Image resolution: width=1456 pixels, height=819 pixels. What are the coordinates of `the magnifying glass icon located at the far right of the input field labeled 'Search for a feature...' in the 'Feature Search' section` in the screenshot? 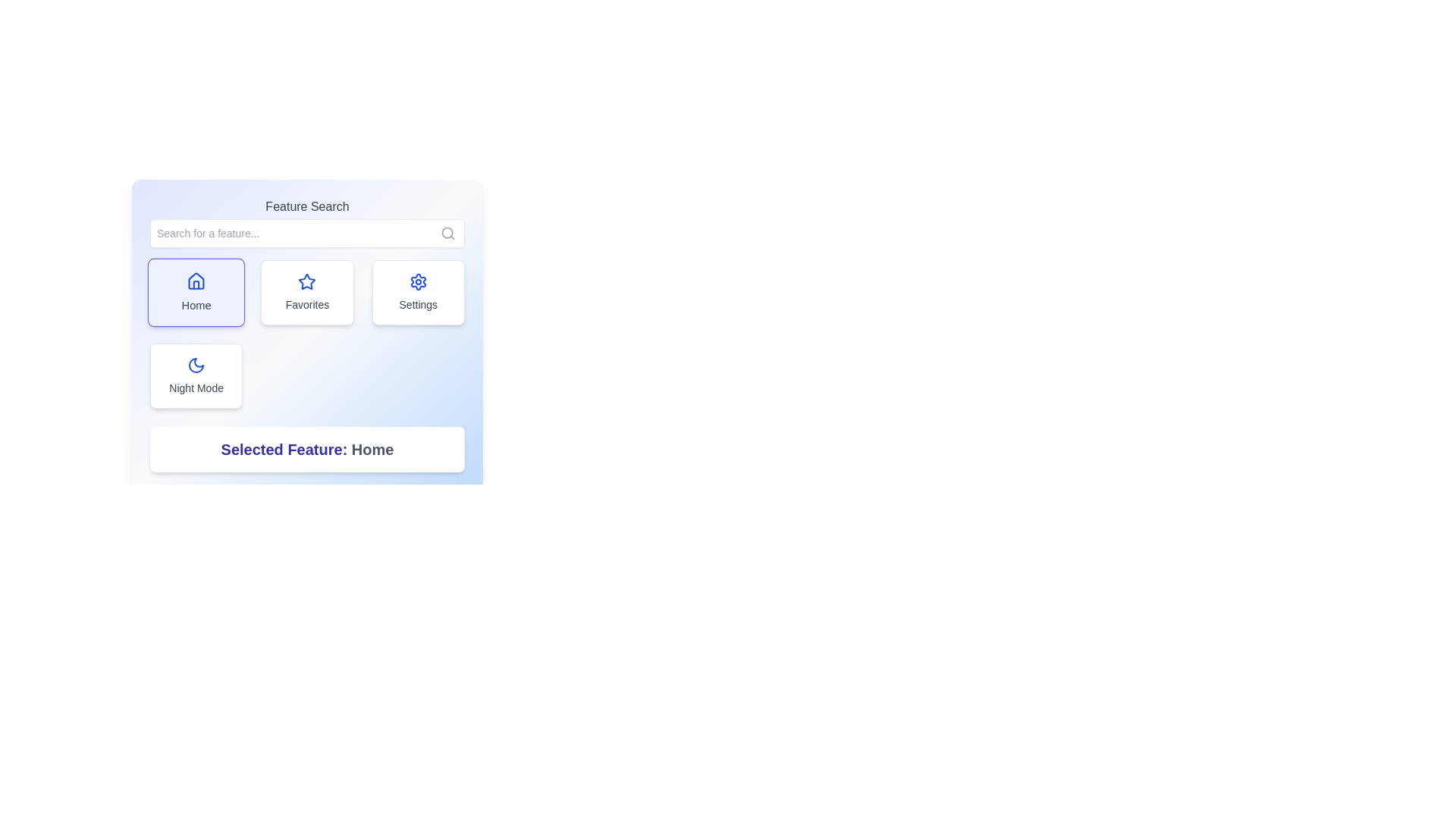 It's located at (447, 234).